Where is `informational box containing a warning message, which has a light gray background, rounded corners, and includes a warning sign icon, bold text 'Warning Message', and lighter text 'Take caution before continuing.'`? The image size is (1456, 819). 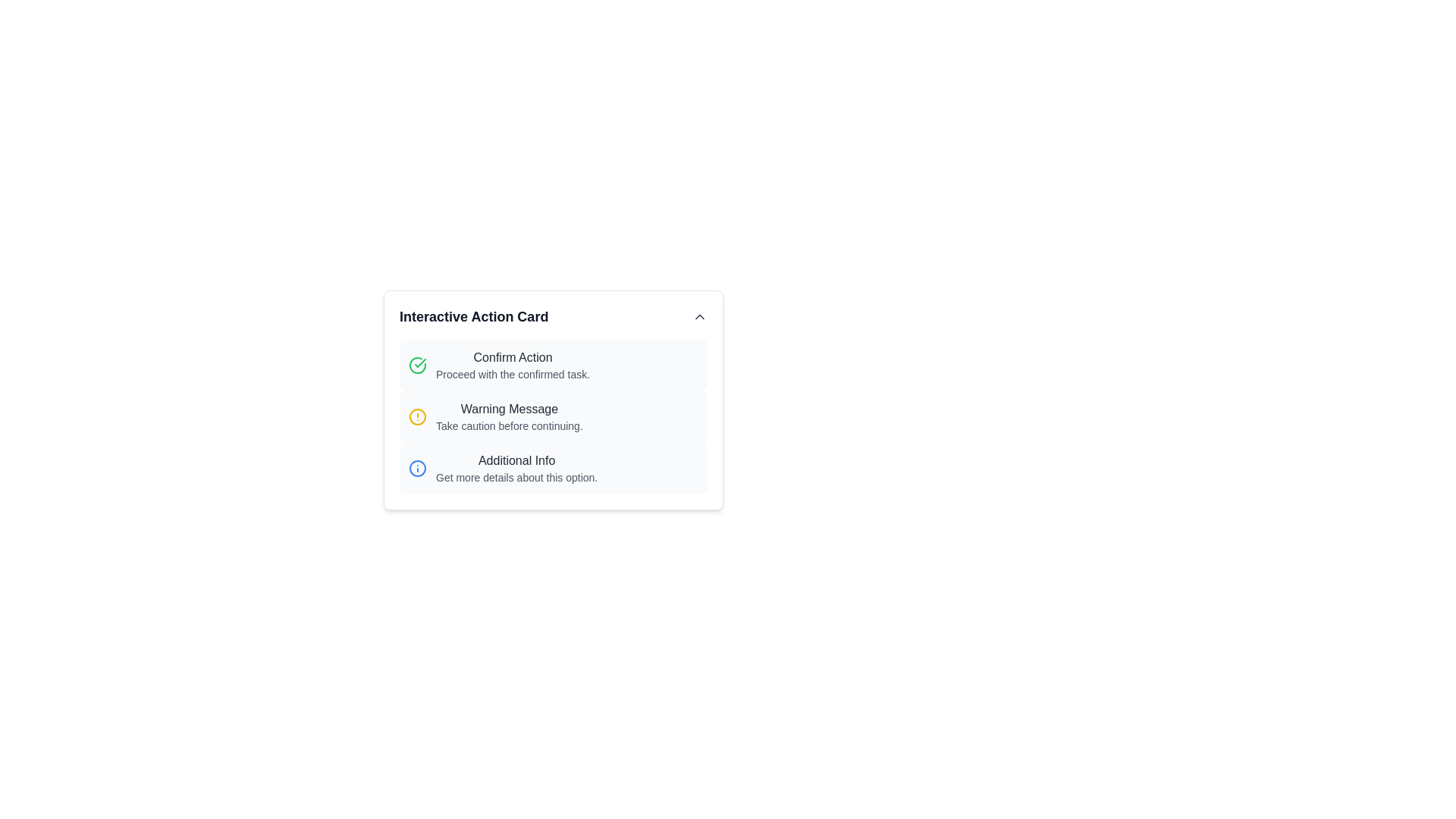
informational box containing a warning message, which has a light gray background, rounded corners, and includes a warning sign icon, bold text 'Warning Message', and lighter text 'Take caution before continuing.' is located at coordinates (552, 417).